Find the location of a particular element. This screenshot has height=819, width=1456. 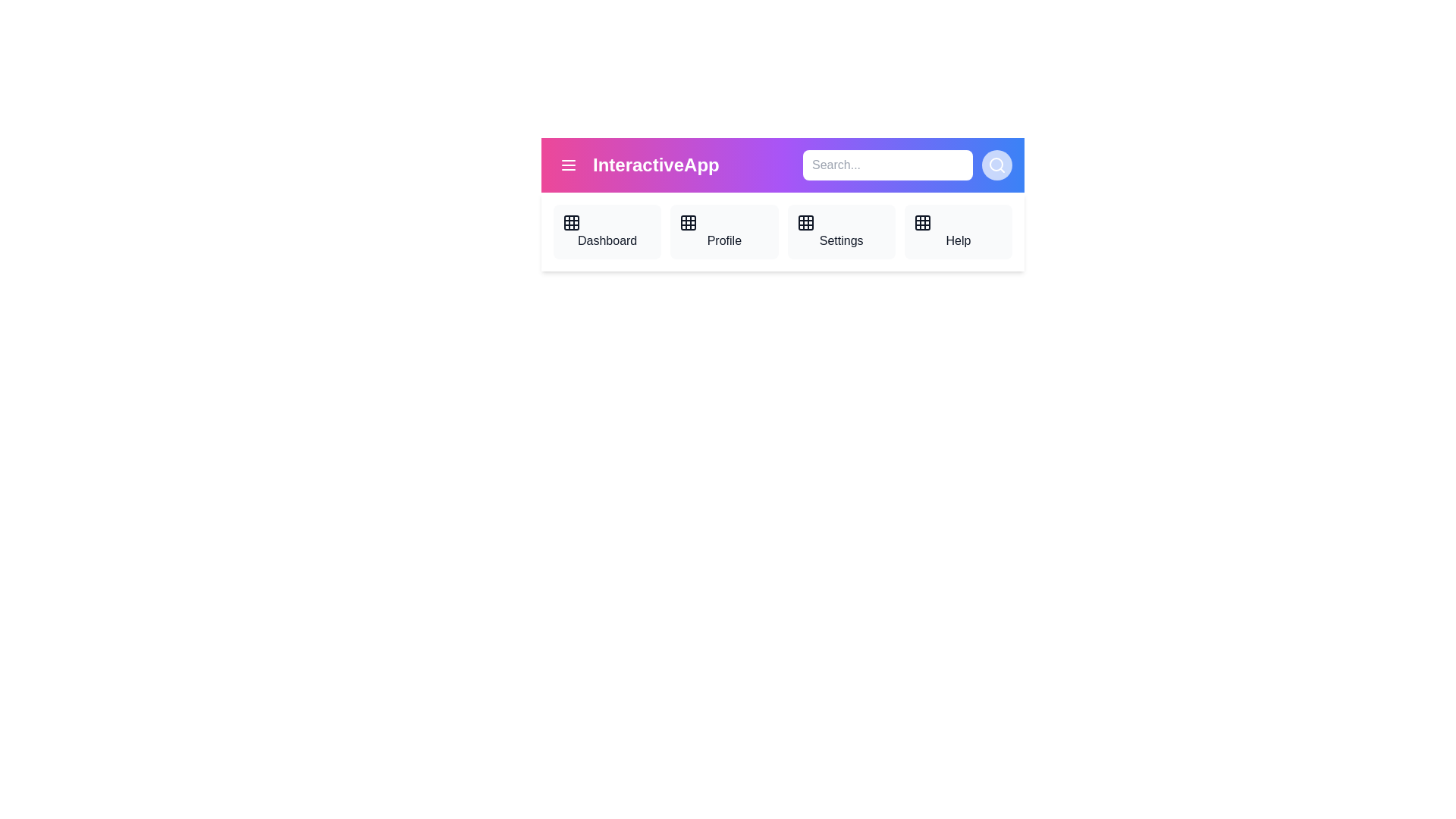

the navigation item Settings from the AppBar is located at coordinates (839, 231).